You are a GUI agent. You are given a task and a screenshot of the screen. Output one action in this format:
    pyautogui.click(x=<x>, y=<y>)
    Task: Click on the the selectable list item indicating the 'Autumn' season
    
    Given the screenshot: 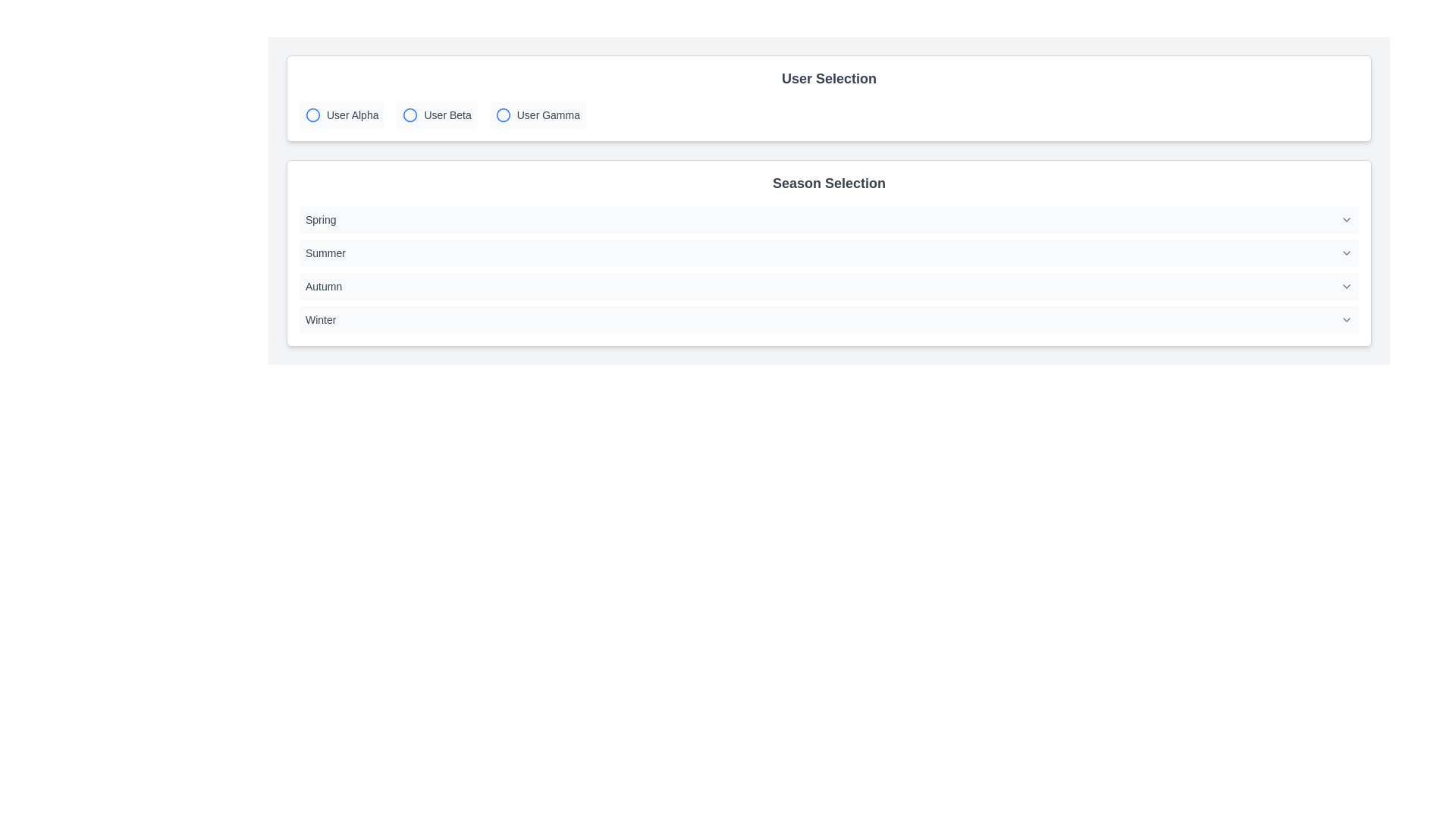 What is the action you would take?
    pyautogui.click(x=828, y=287)
    